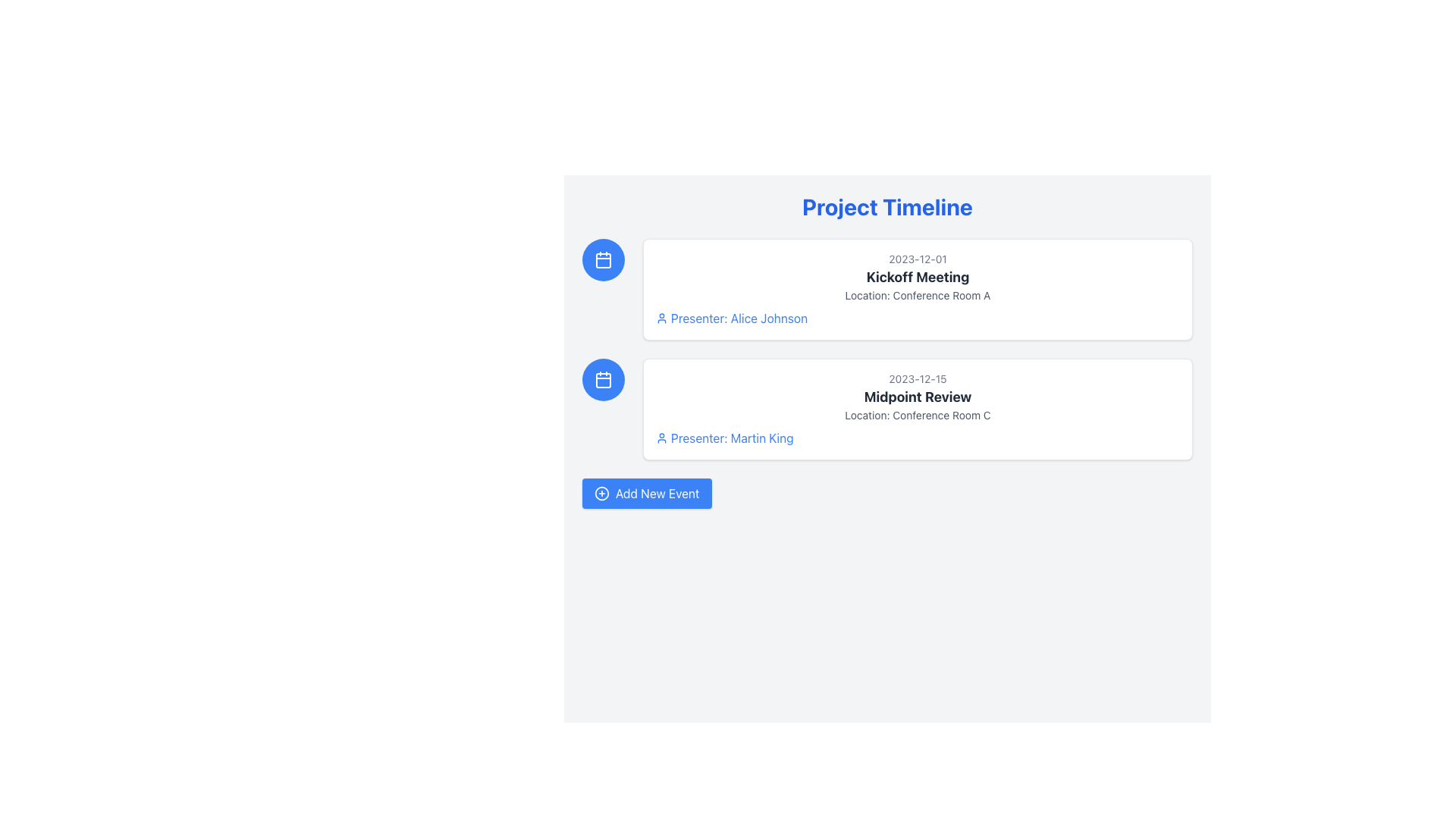 The image size is (1456, 819). I want to click on the circular icon with a plus symbol, which is part of the 'Add New Event' button located in the lower section of the main interface, so click(601, 494).